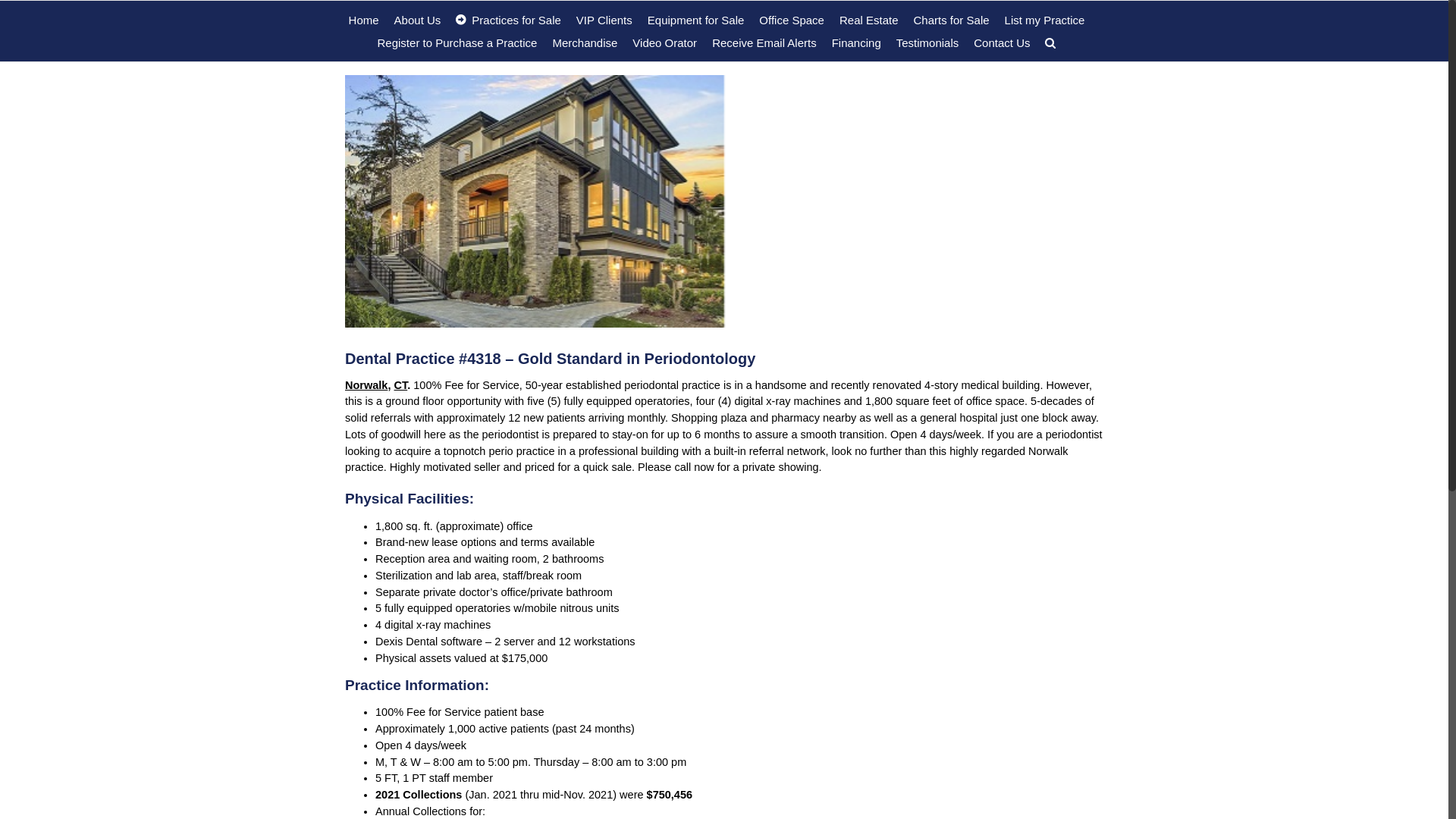  What do you see at coordinates (508, 20) in the screenshot?
I see `'Practices for Sale'` at bounding box center [508, 20].